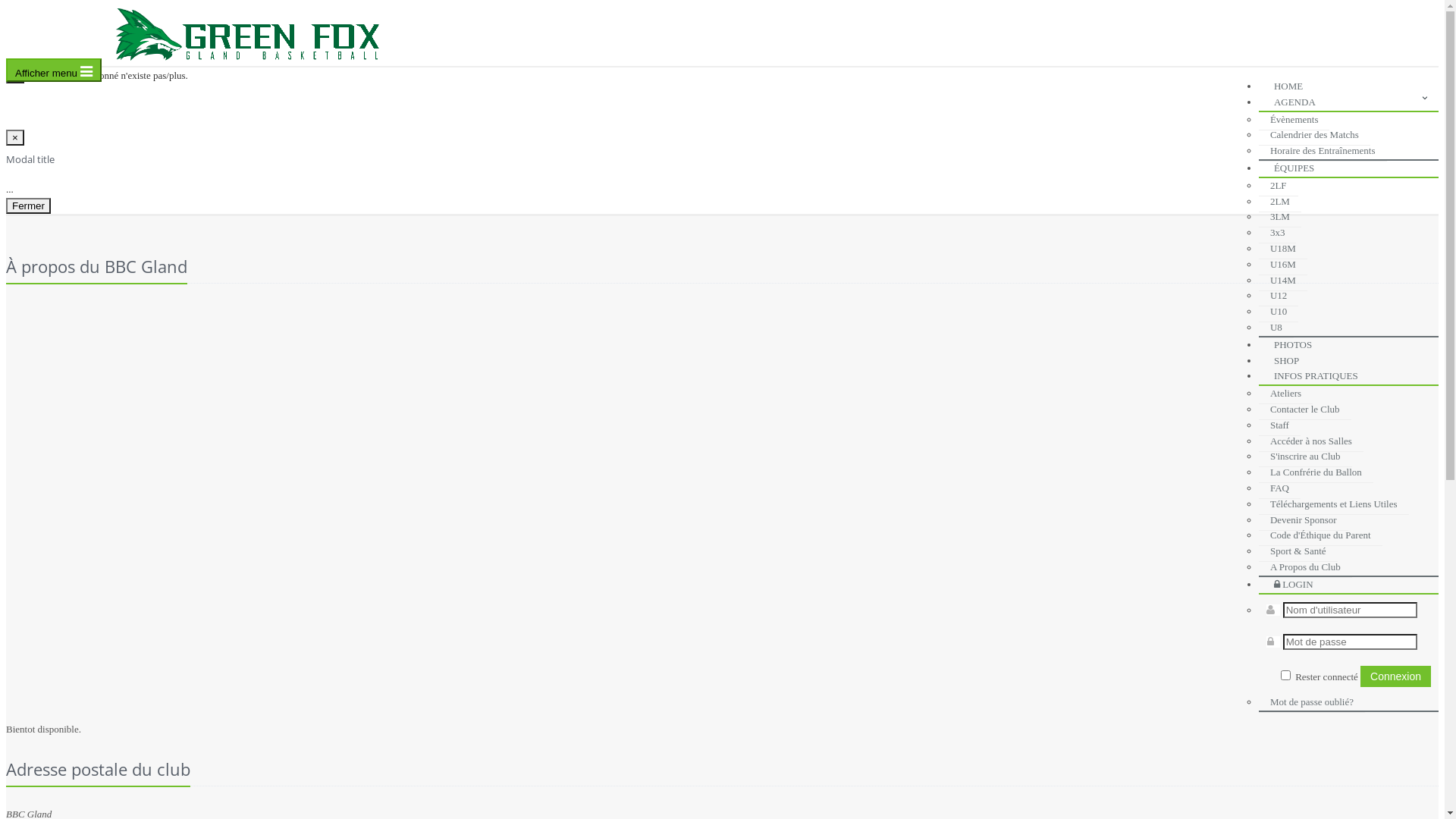 The image size is (1456, 819). What do you see at coordinates (1279, 425) in the screenshot?
I see `'Staff'` at bounding box center [1279, 425].